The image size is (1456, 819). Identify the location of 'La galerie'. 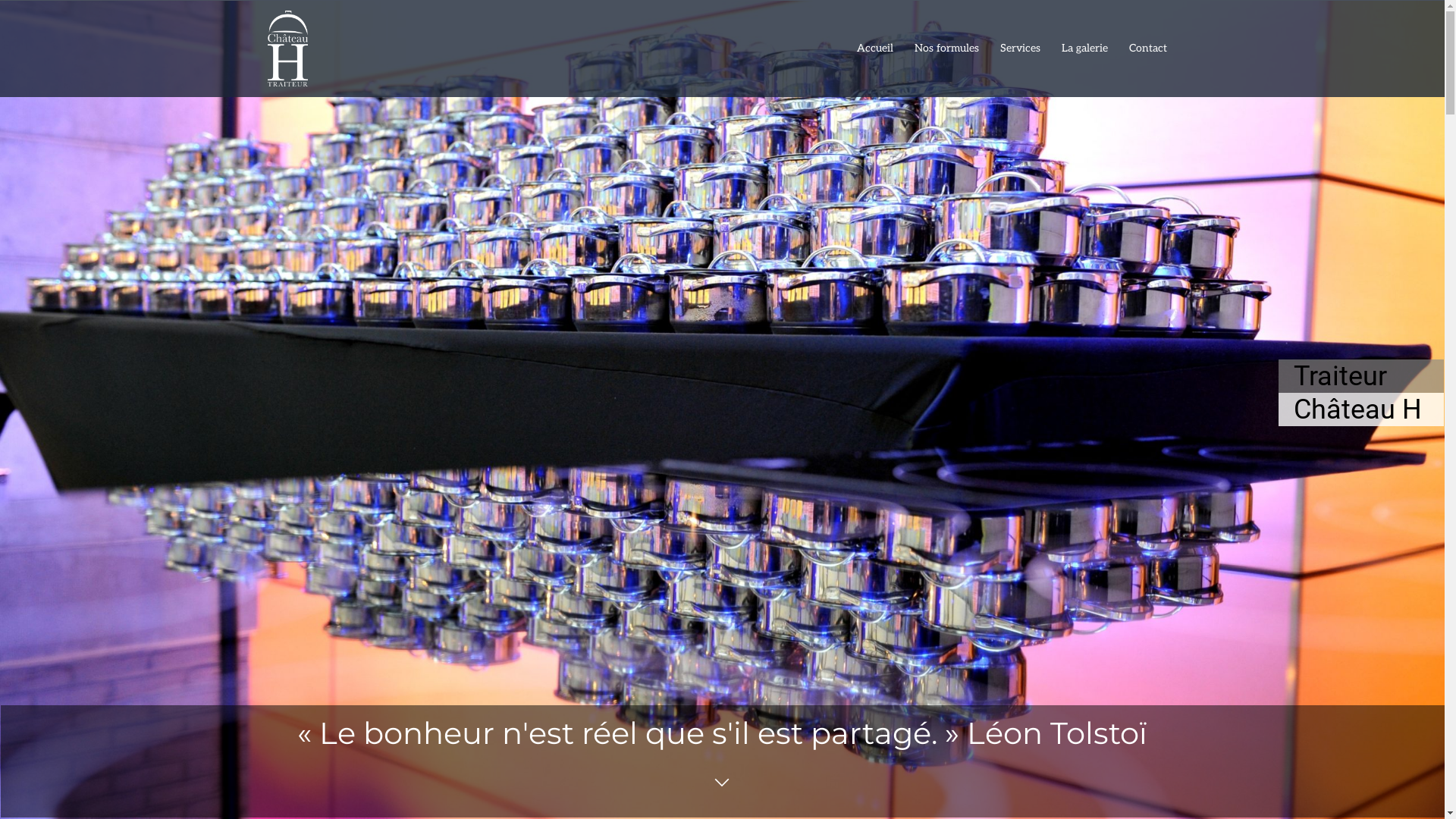
(1084, 48).